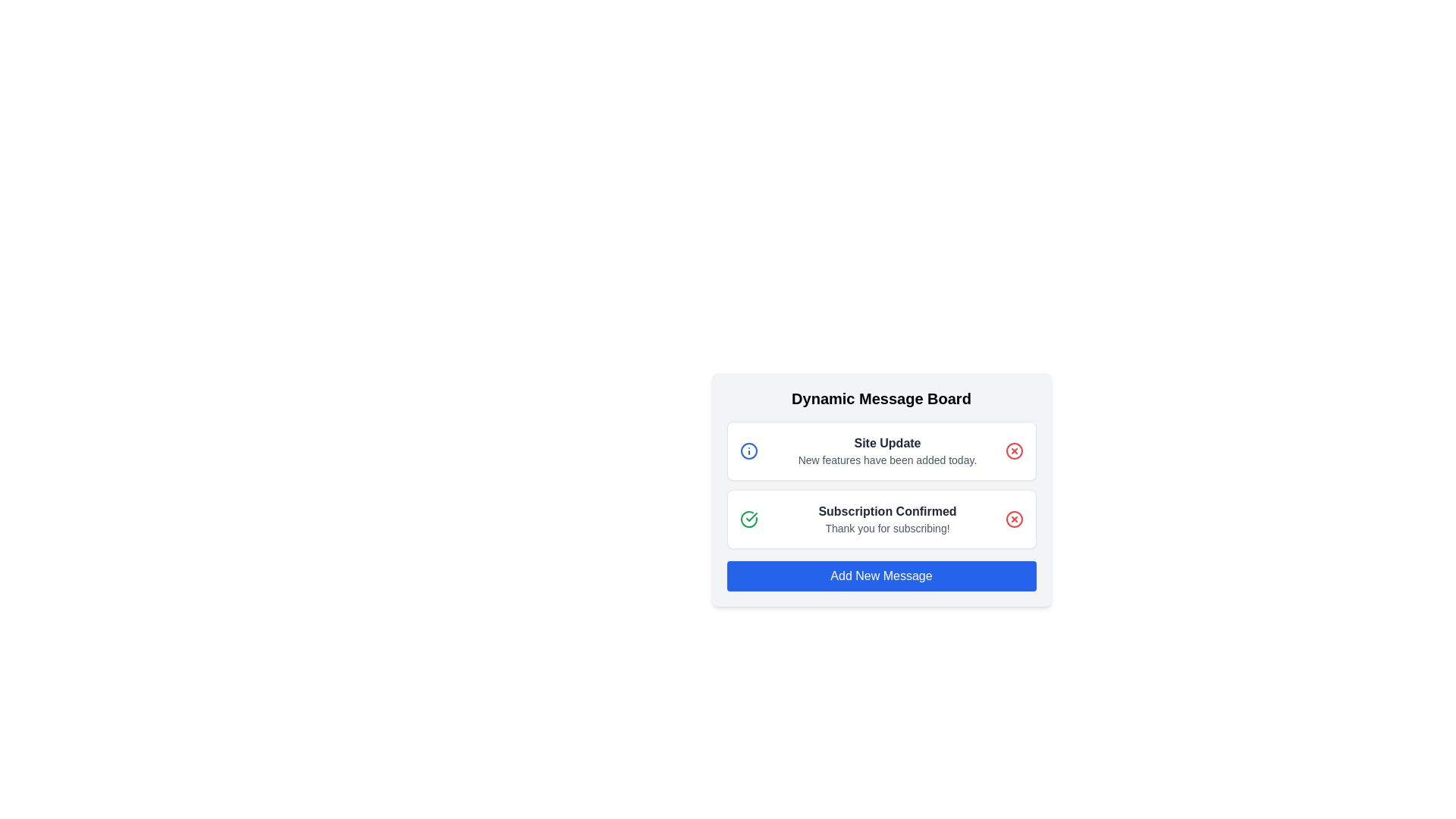 The image size is (1456, 819). Describe the element at coordinates (881, 397) in the screenshot. I see `the text element displaying 'Dynamic Message Board', which is styled in bold, large font, centered alignment, and black color, serving as the header for its section` at that location.